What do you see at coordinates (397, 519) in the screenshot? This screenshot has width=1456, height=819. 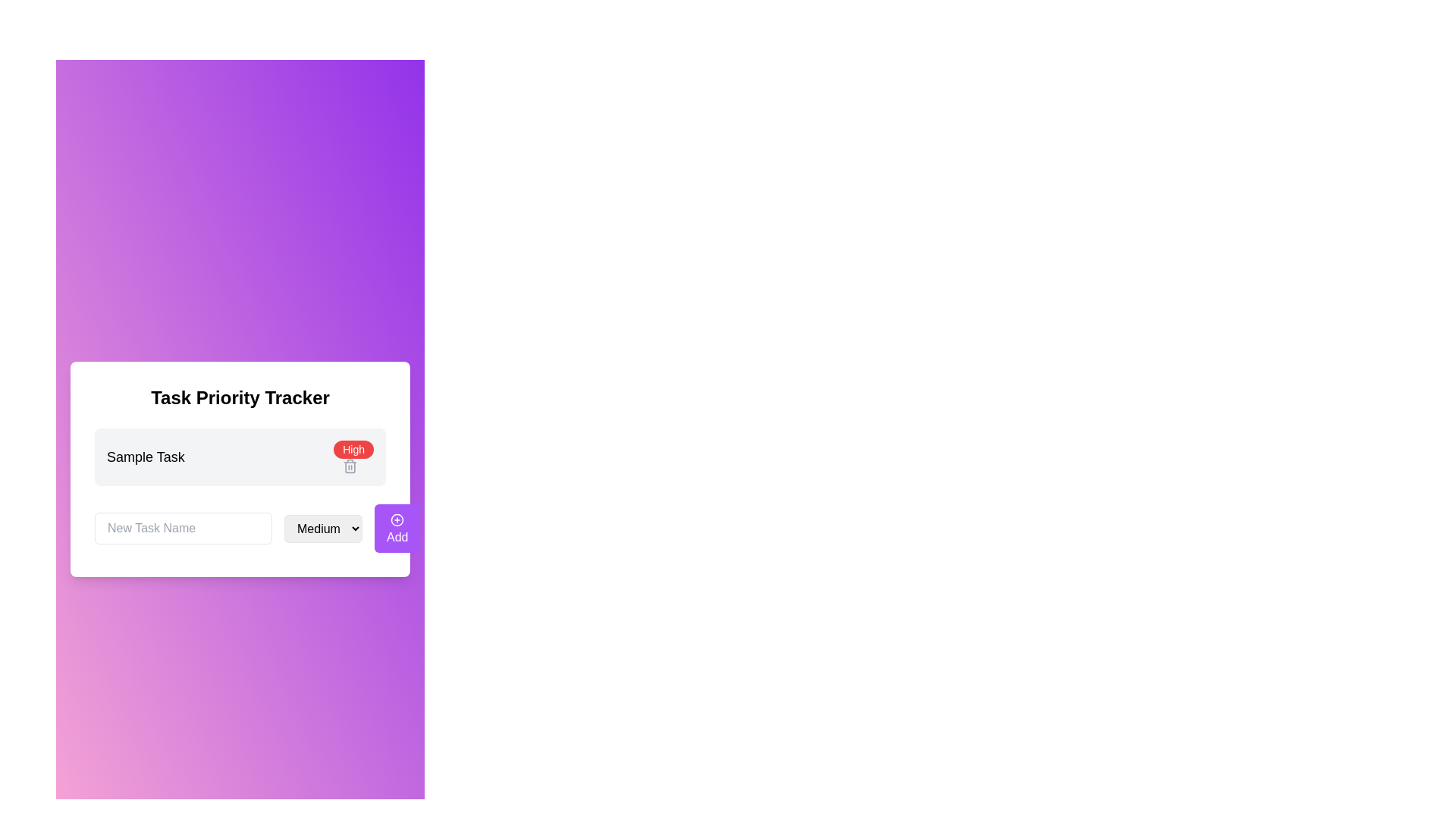 I see `the visual representation of the add icon located within the 'Add' button at the bottom-right section of the interface` at bounding box center [397, 519].